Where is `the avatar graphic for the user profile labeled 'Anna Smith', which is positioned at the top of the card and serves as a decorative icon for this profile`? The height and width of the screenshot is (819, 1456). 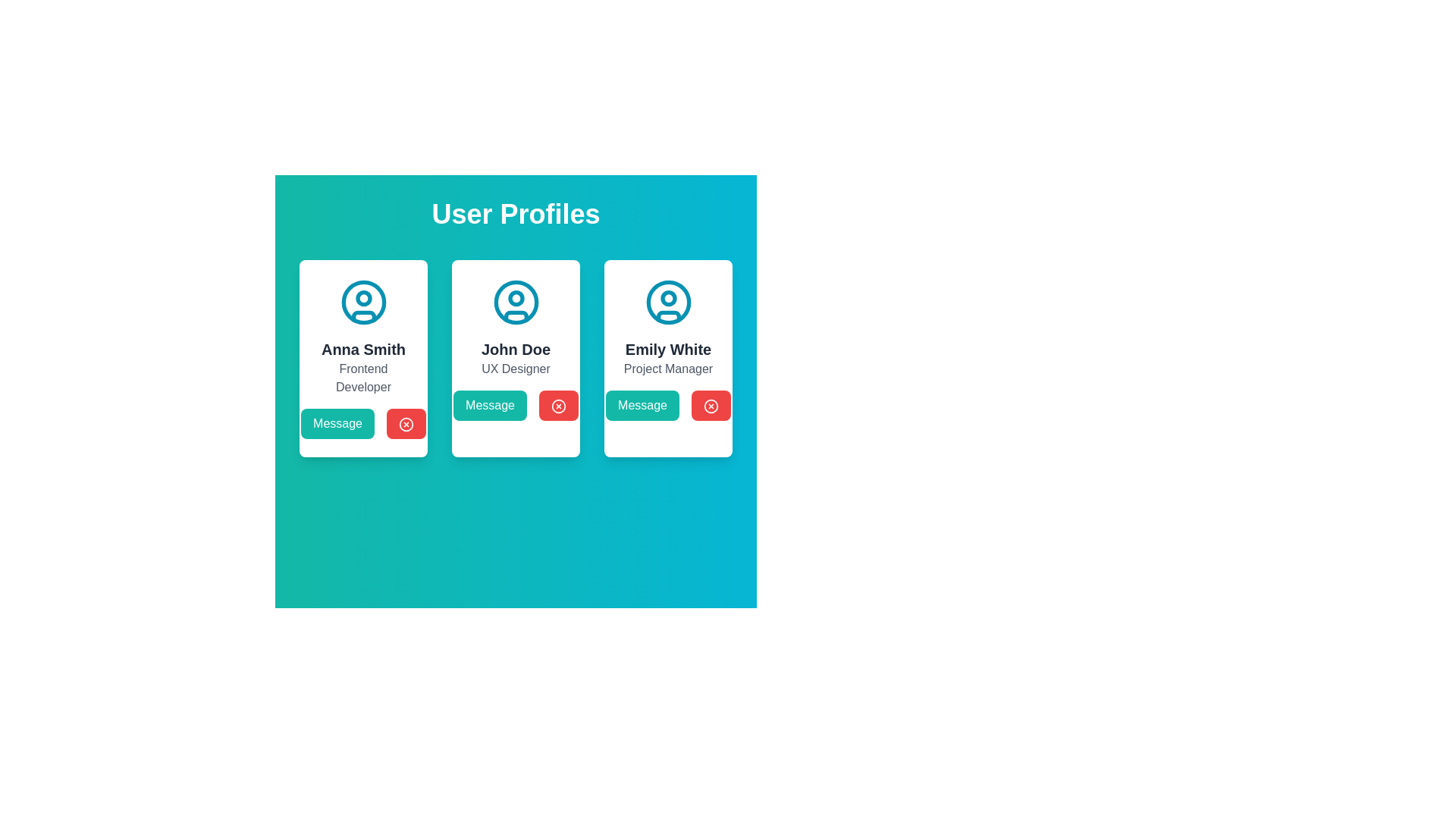 the avatar graphic for the user profile labeled 'Anna Smith', which is positioned at the top of the card and serves as a decorative icon for this profile is located at coordinates (362, 302).